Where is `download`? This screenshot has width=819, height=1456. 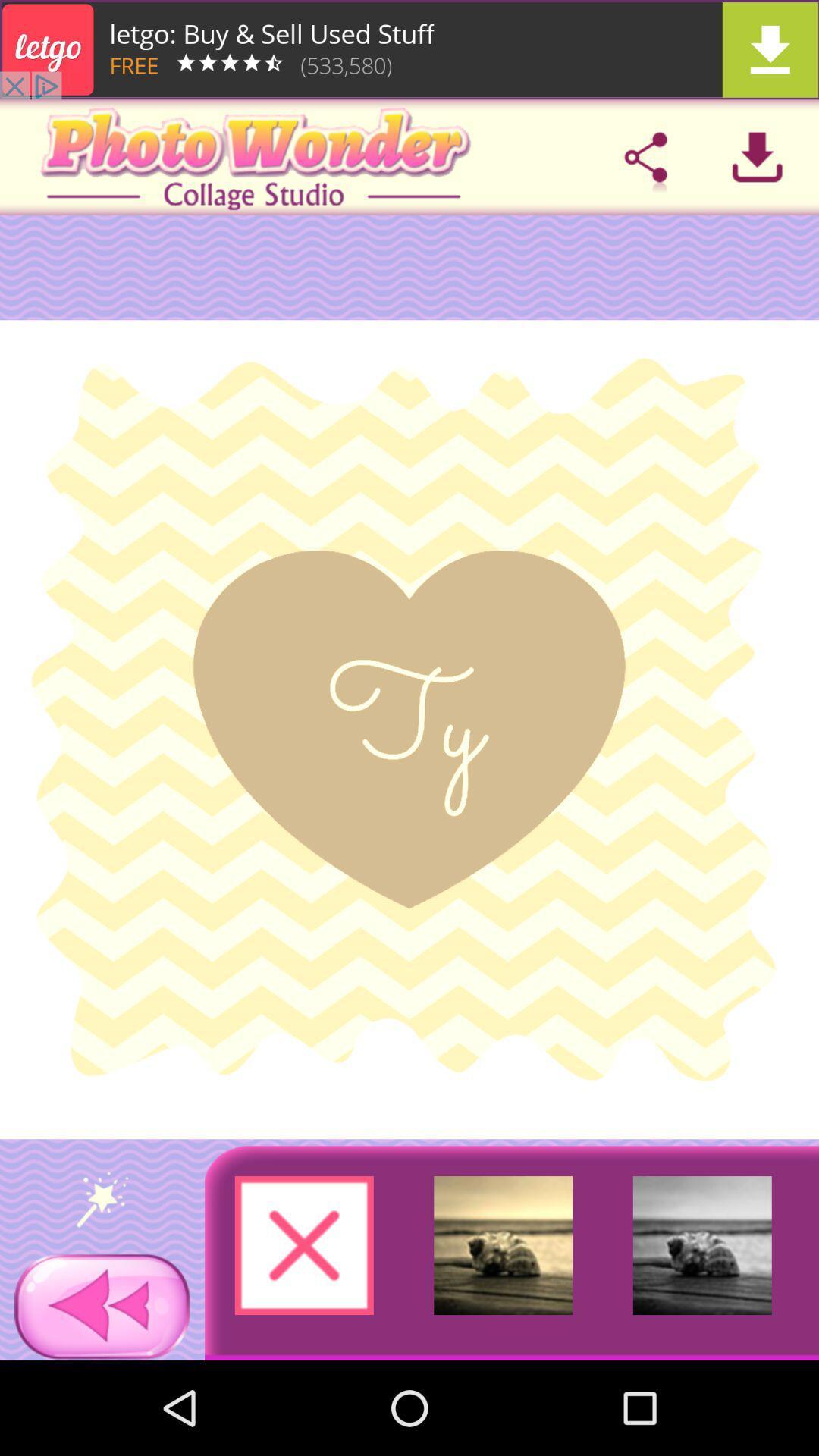
download is located at coordinates (757, 157).